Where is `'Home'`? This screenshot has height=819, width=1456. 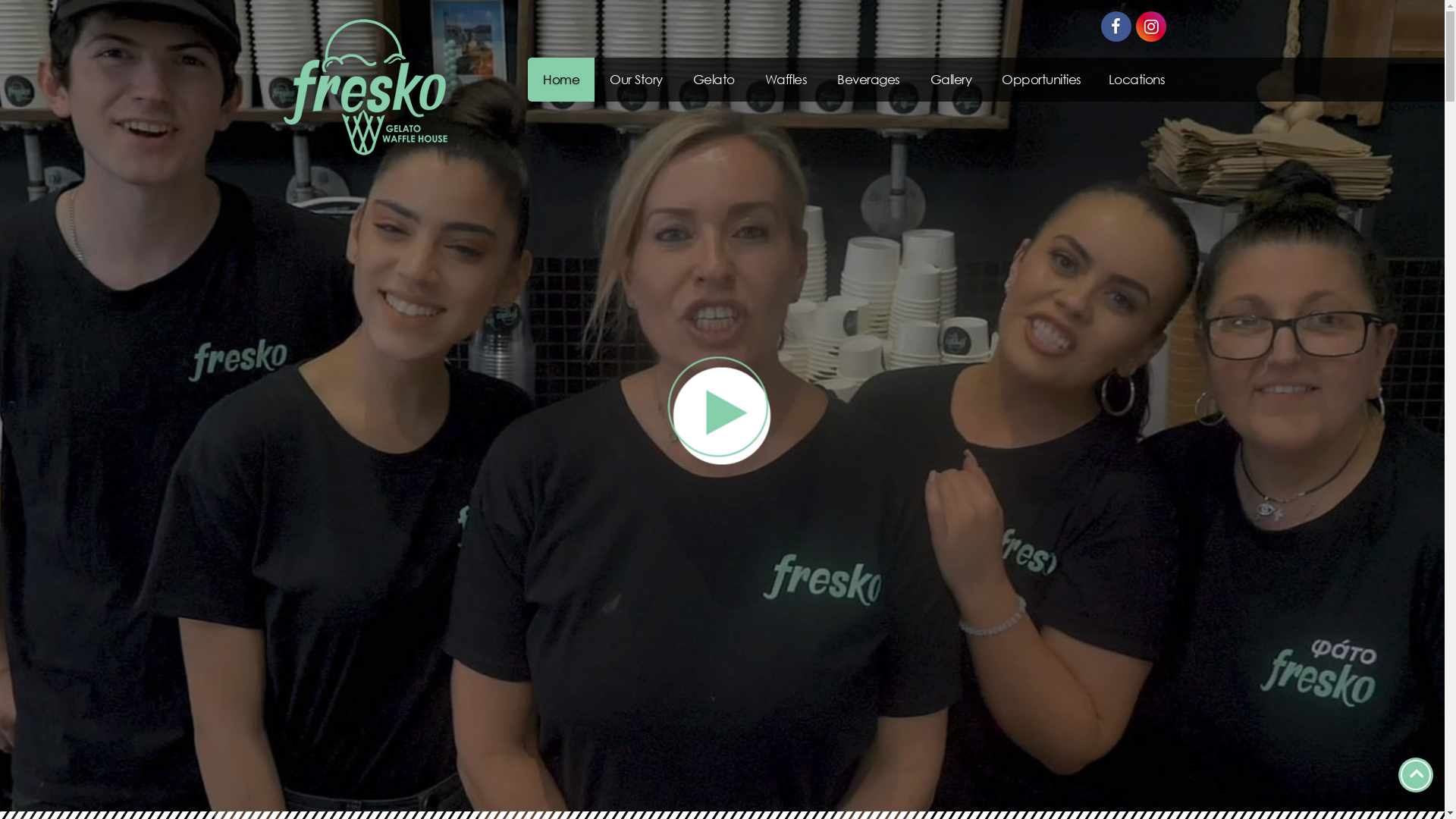
'Home' is located at coordinates (560, 79).